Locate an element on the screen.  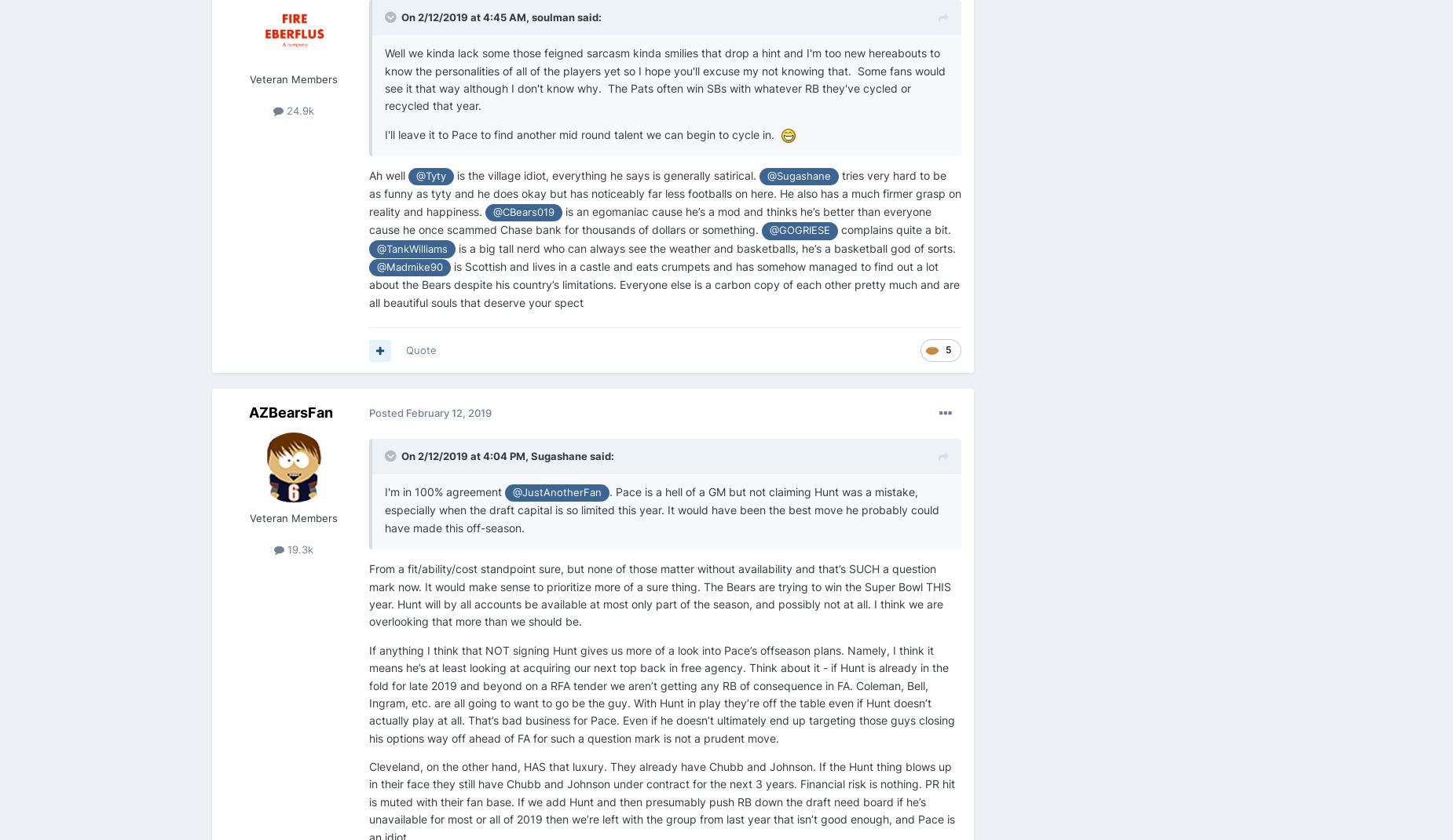
'@TankWilliams' is located at coordinates (412, 248).